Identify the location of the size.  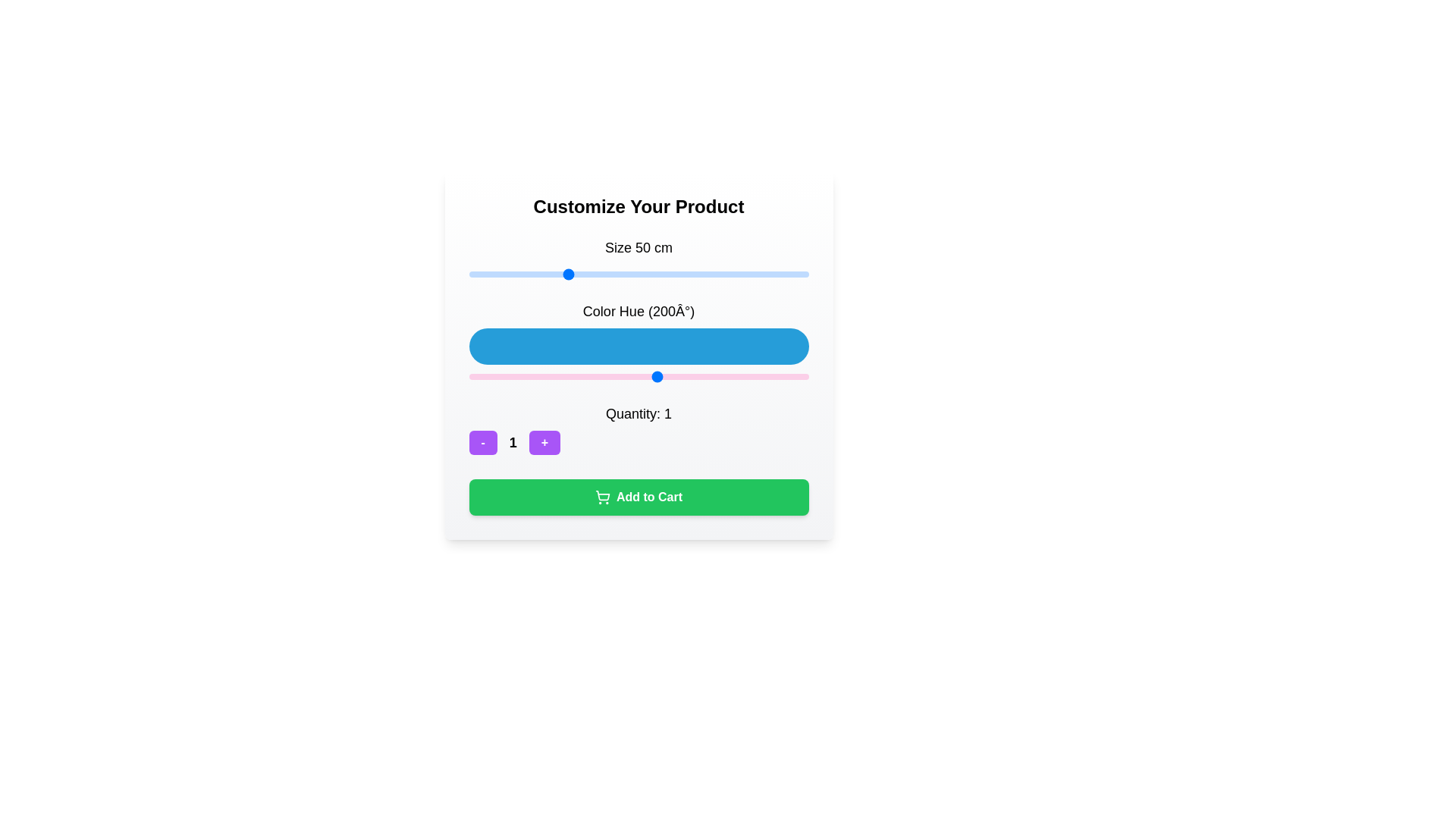
(798, 275).